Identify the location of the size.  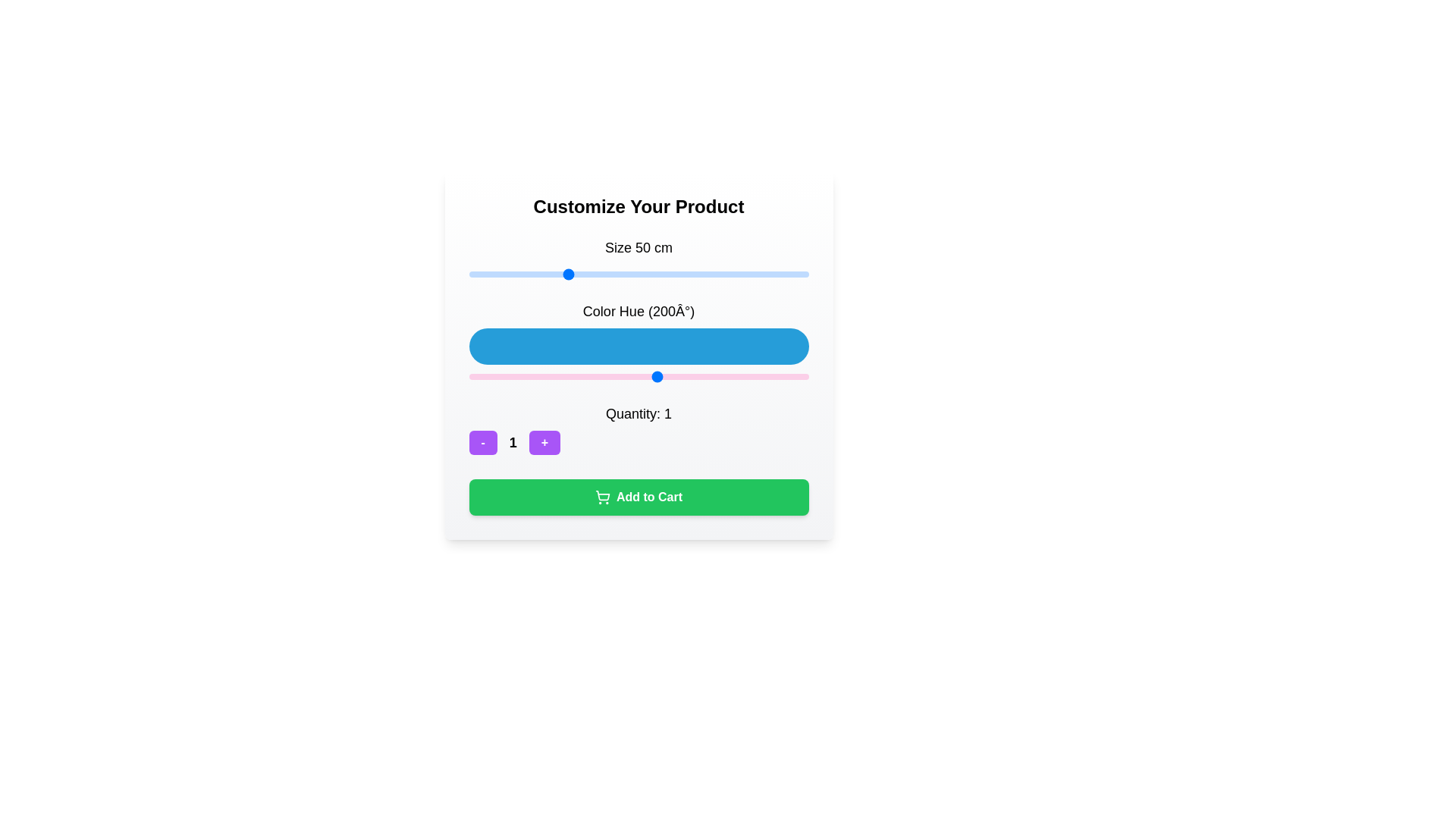
(798, 275).